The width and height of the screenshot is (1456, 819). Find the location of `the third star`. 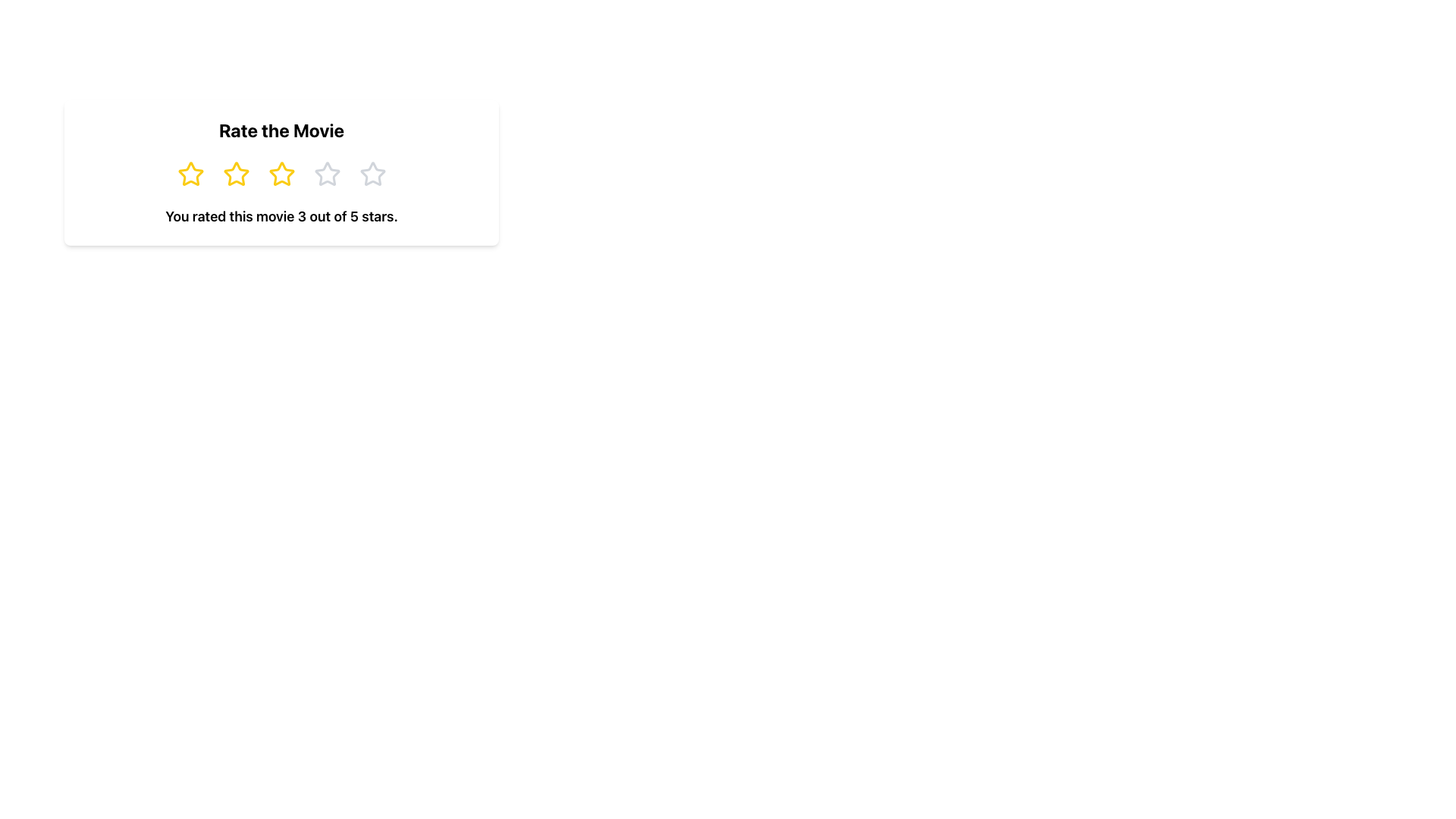

the third star is located at coordinates (281, 174).